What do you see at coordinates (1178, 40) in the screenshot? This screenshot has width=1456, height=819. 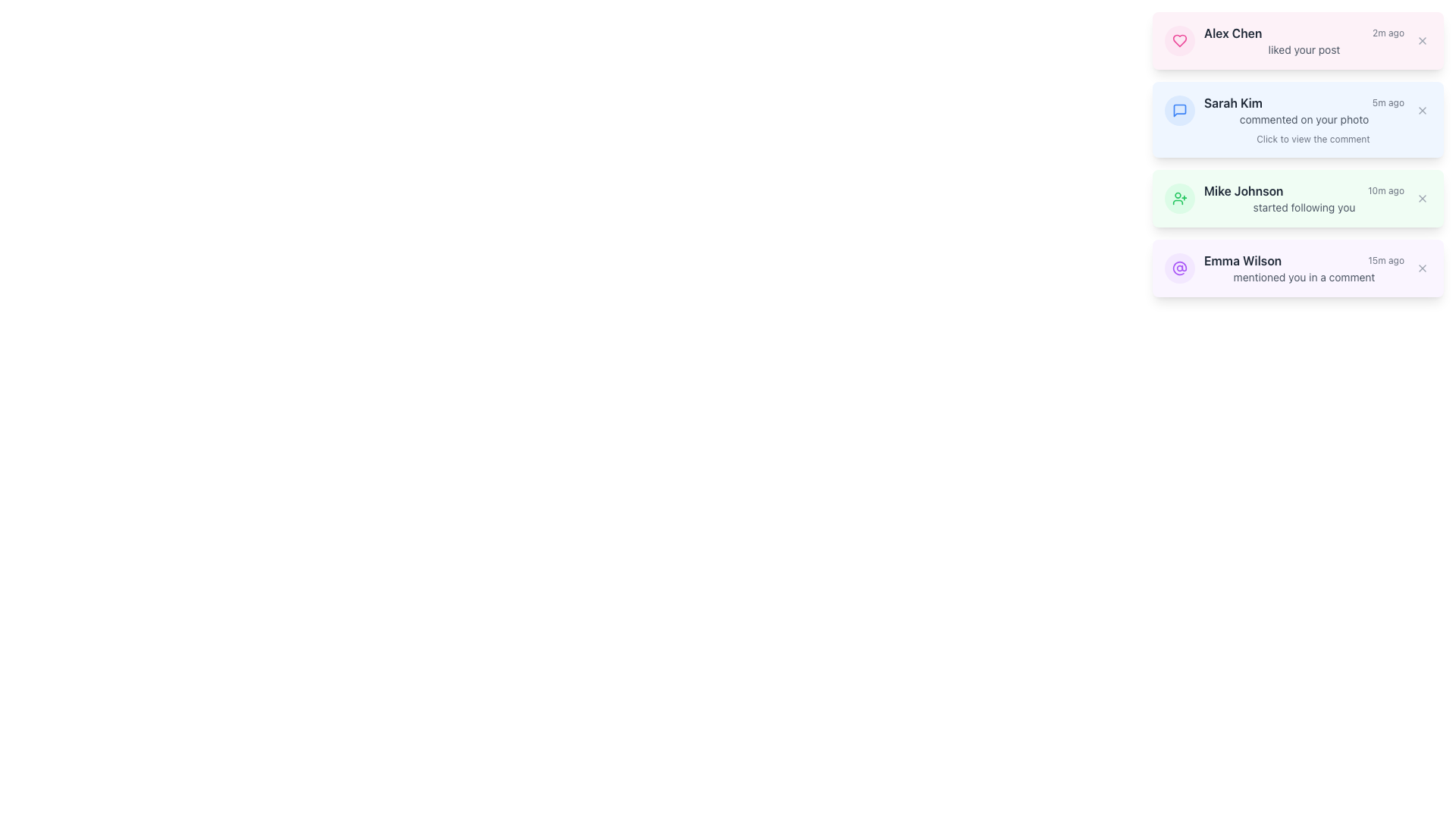 I see `the pink circular button with a heart icon located in the top-left corner of the notification from 'Alex Chen'` at bounding box center [1178, 40].